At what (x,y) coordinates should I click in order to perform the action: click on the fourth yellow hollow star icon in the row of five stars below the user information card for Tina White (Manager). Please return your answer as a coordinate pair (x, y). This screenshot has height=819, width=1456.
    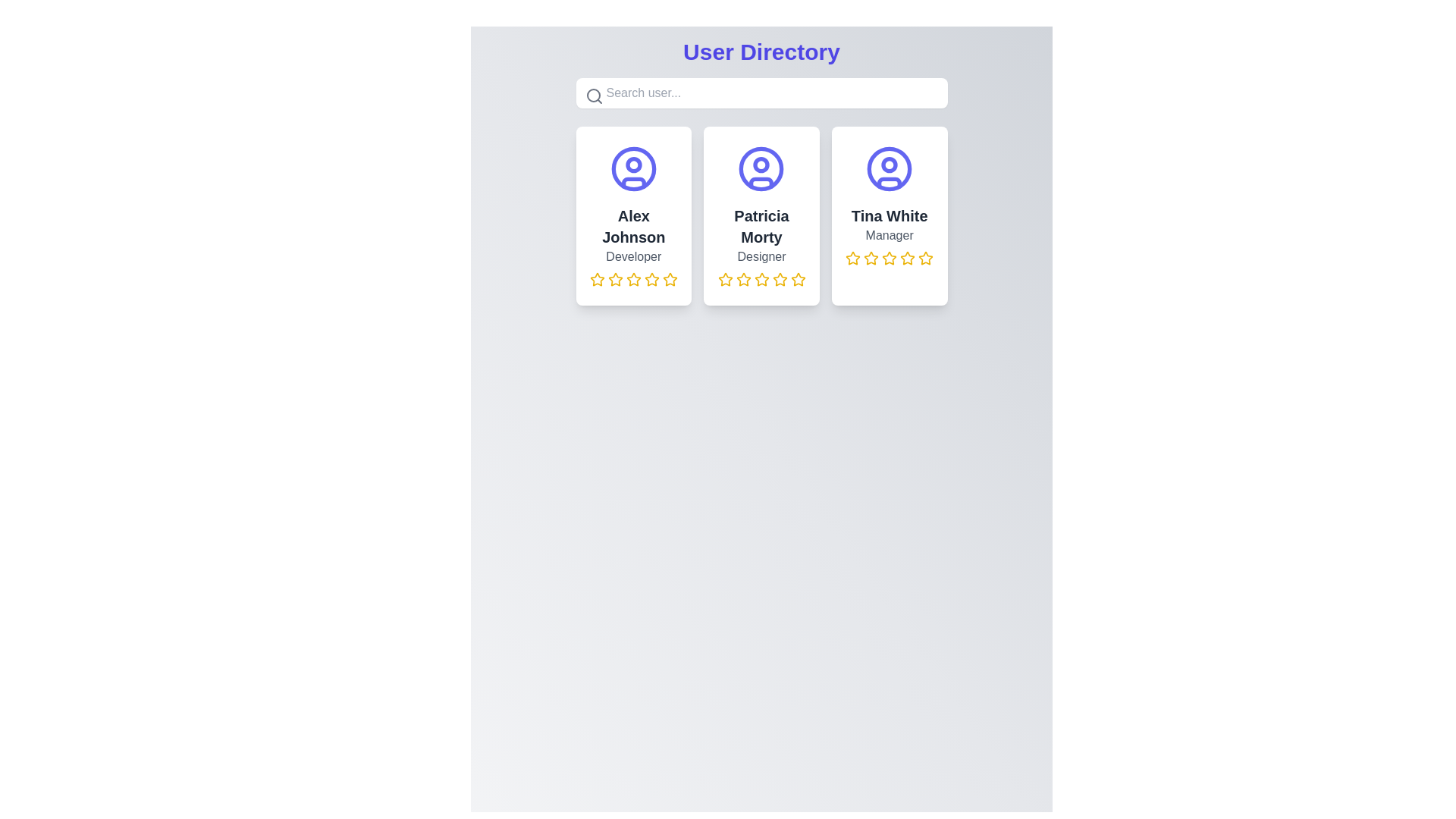
    Looking at the image, I should click on (890, 257).